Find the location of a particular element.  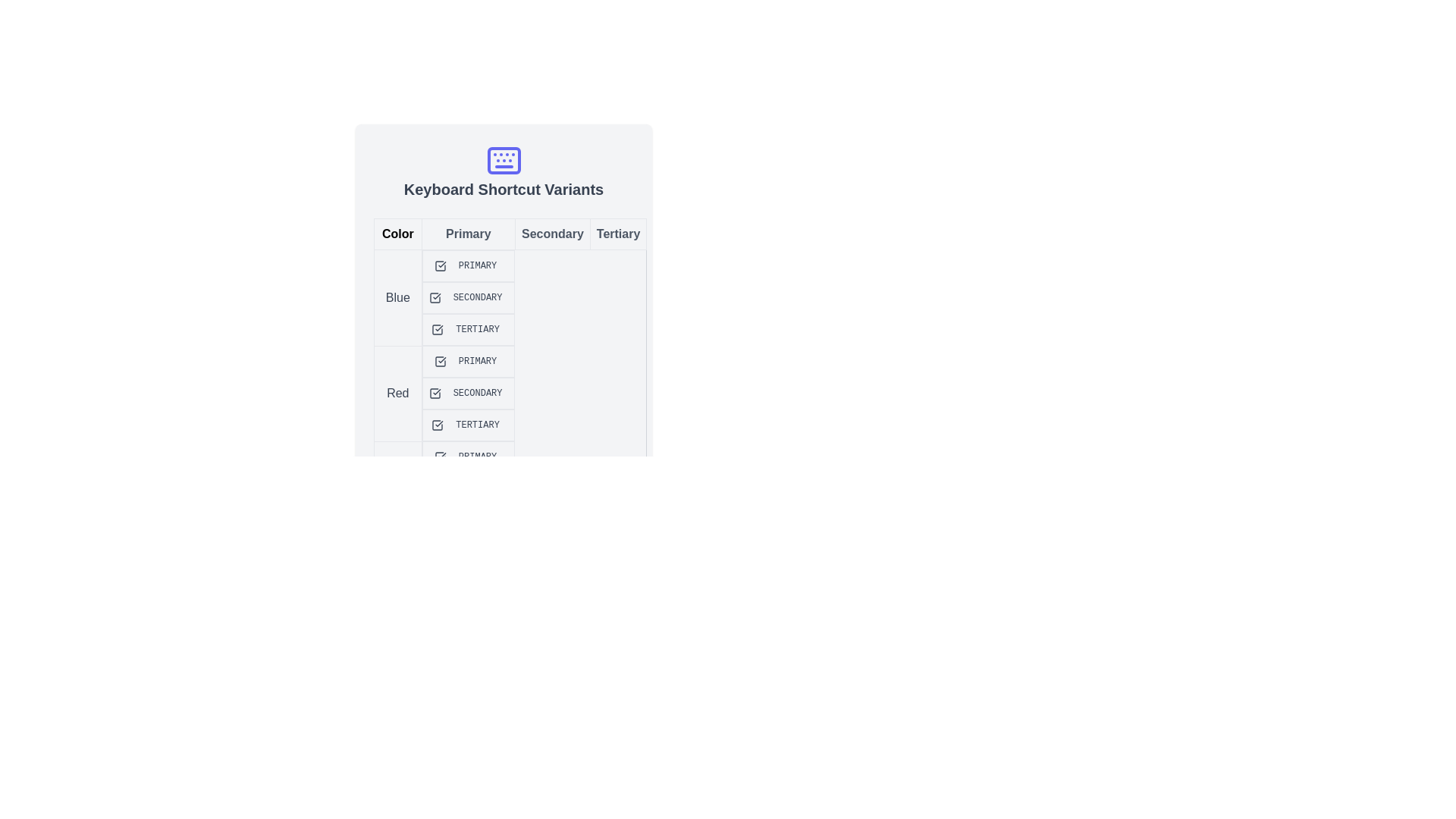

the checkbox-like interactive icon located in the first row of the 'Blue' category under the 'Primary' header in the table is located at coordinates (439, 265).